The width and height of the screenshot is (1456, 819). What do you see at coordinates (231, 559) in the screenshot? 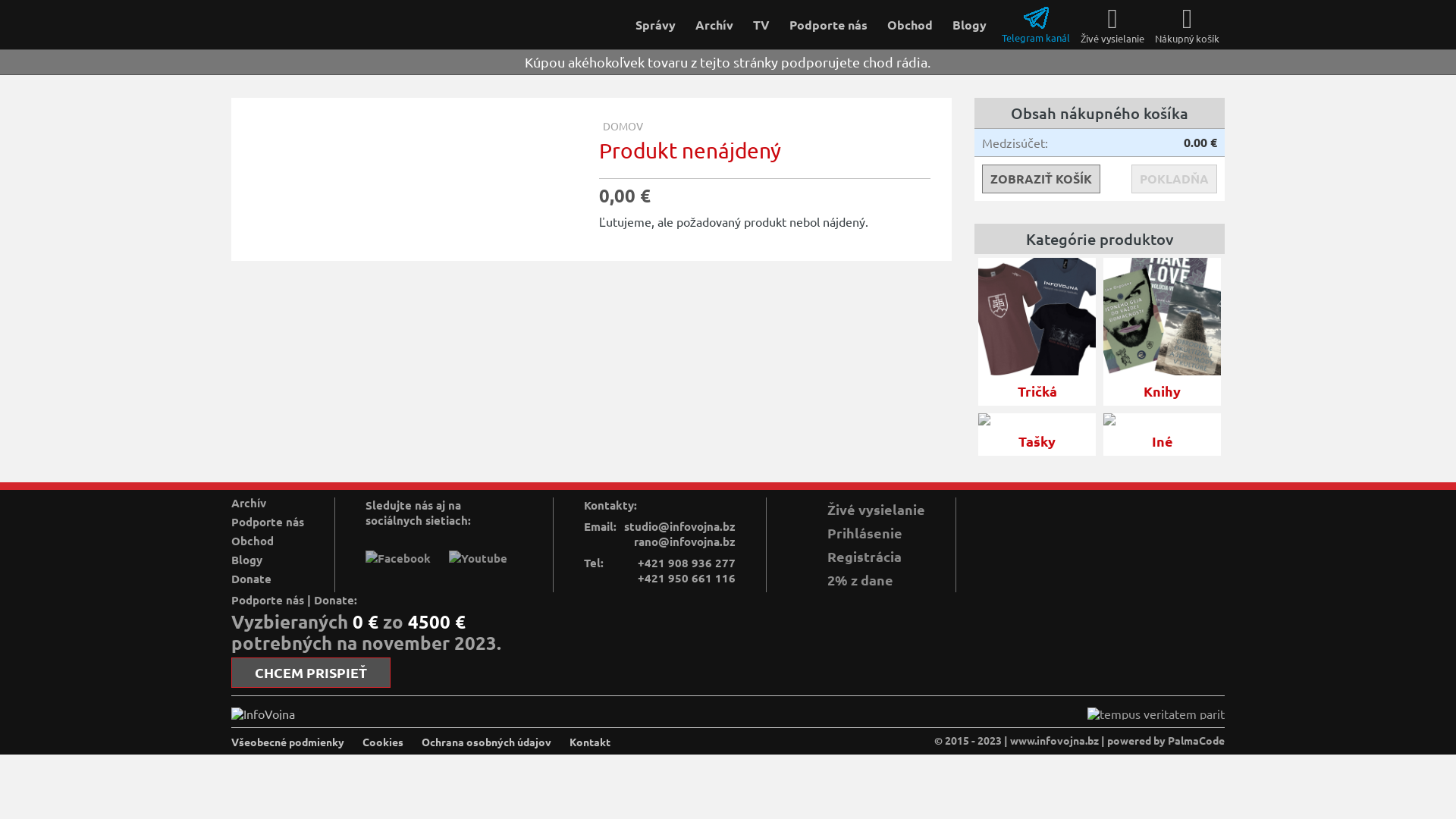
I see `'Blogy'` at bounding box center [231, 559].